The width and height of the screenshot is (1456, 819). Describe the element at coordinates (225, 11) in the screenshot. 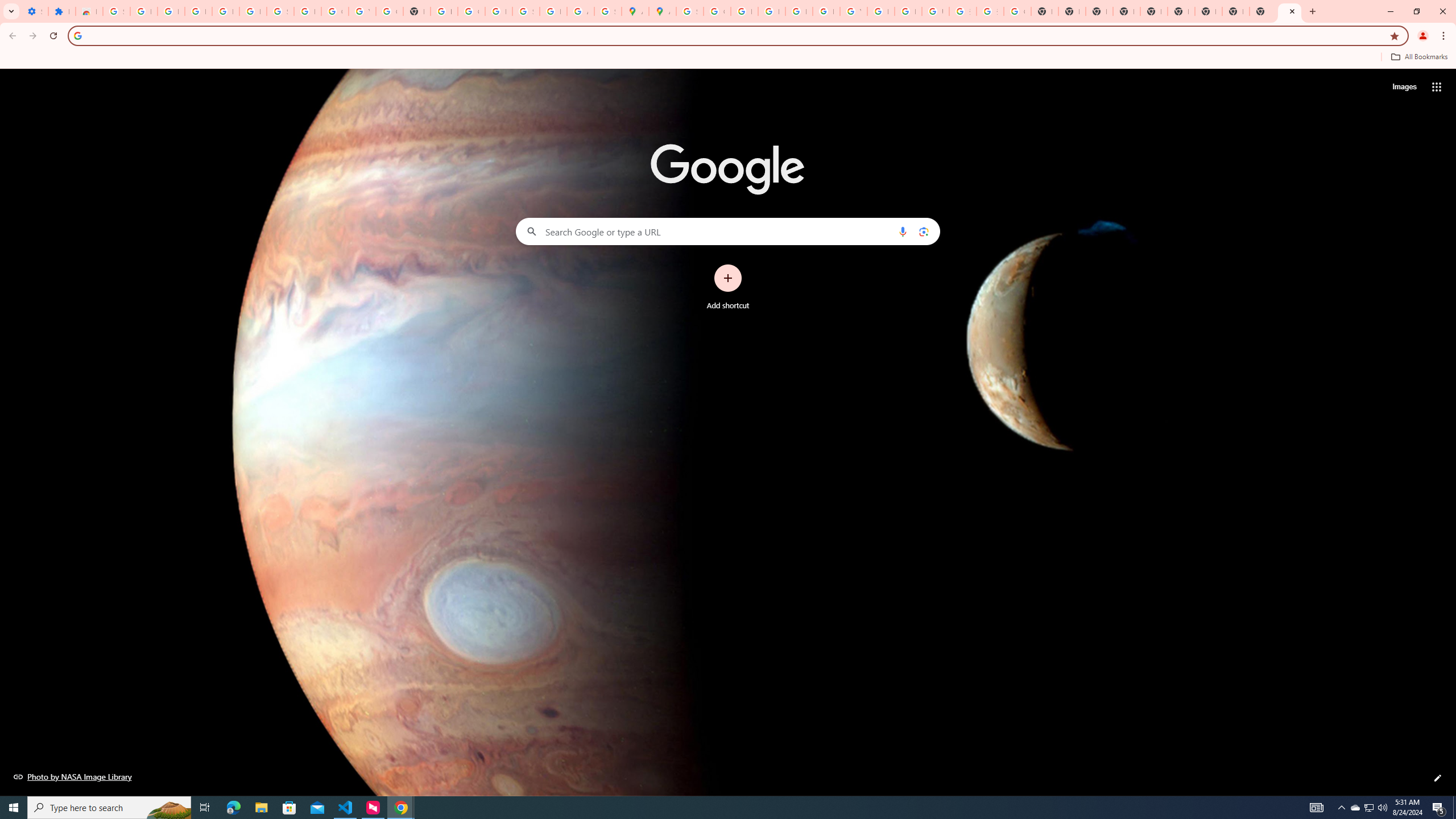

I see `'Learn how to find your photos - Google Photos Help'` at that location.